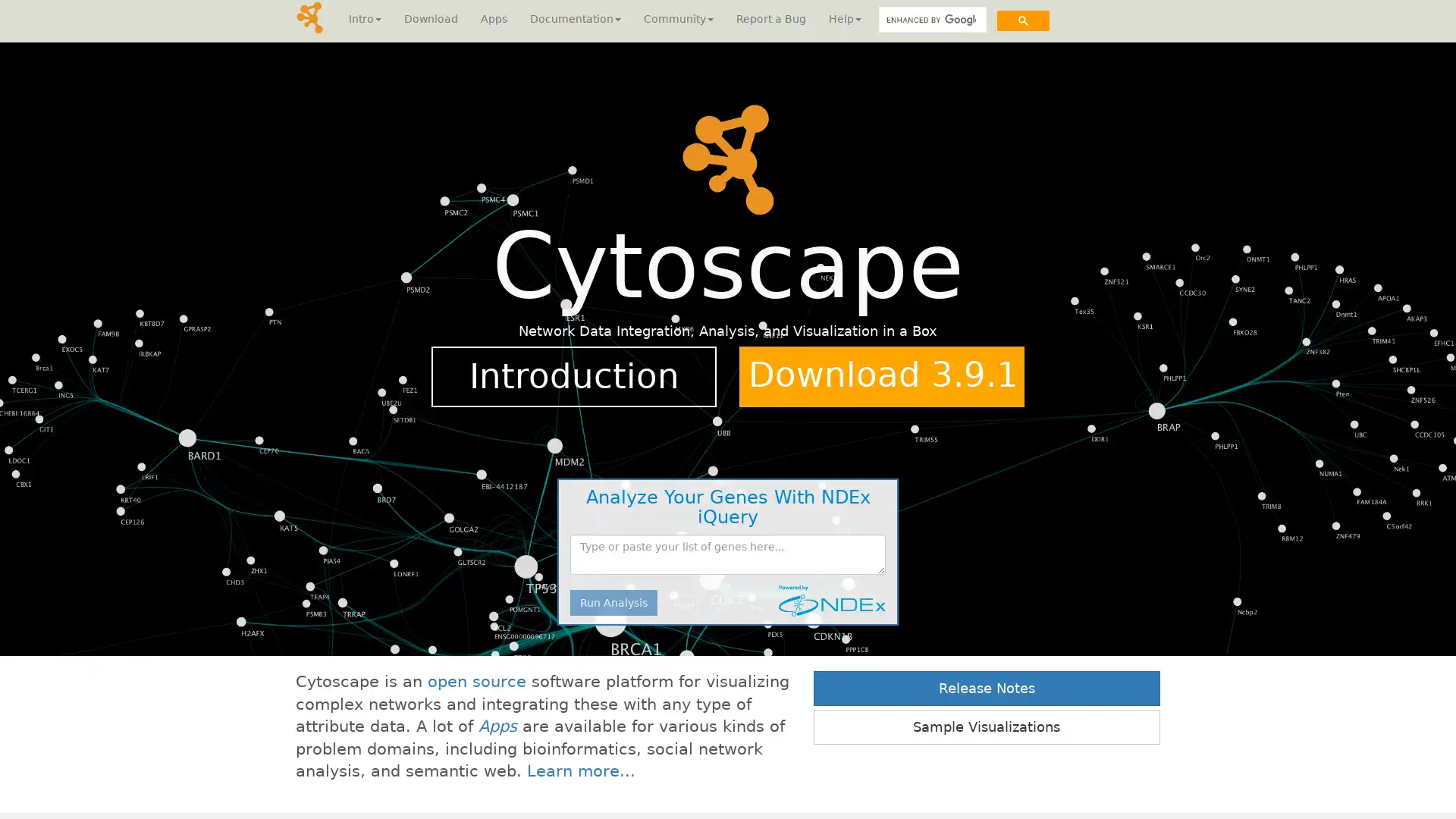  Describe the element at coordinates (1022, 20) in the screenshot. I see `search` at that location.